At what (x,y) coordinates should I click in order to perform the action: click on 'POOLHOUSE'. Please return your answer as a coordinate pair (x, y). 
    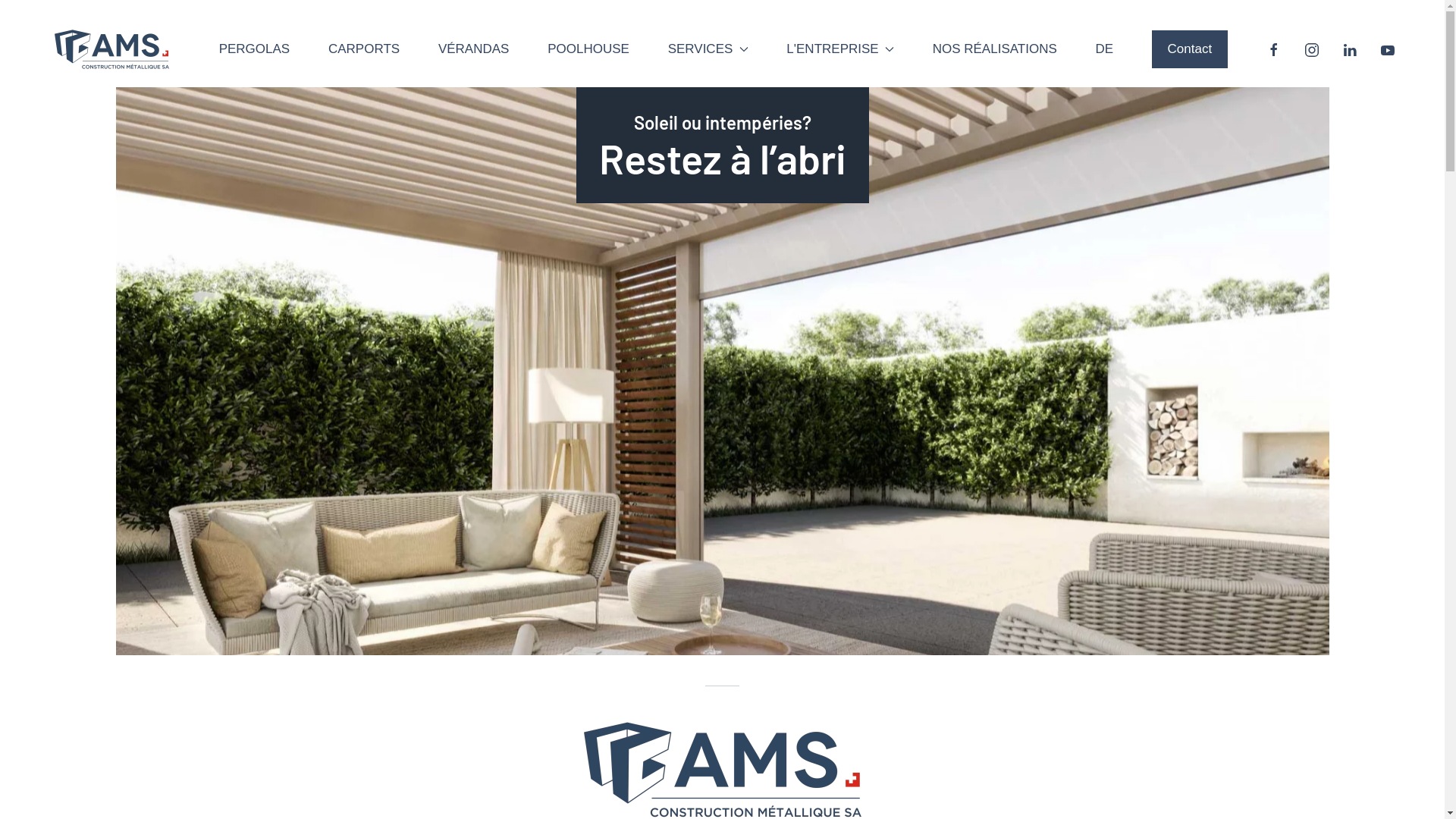
    Looking at the image, I should click on (588, 49).